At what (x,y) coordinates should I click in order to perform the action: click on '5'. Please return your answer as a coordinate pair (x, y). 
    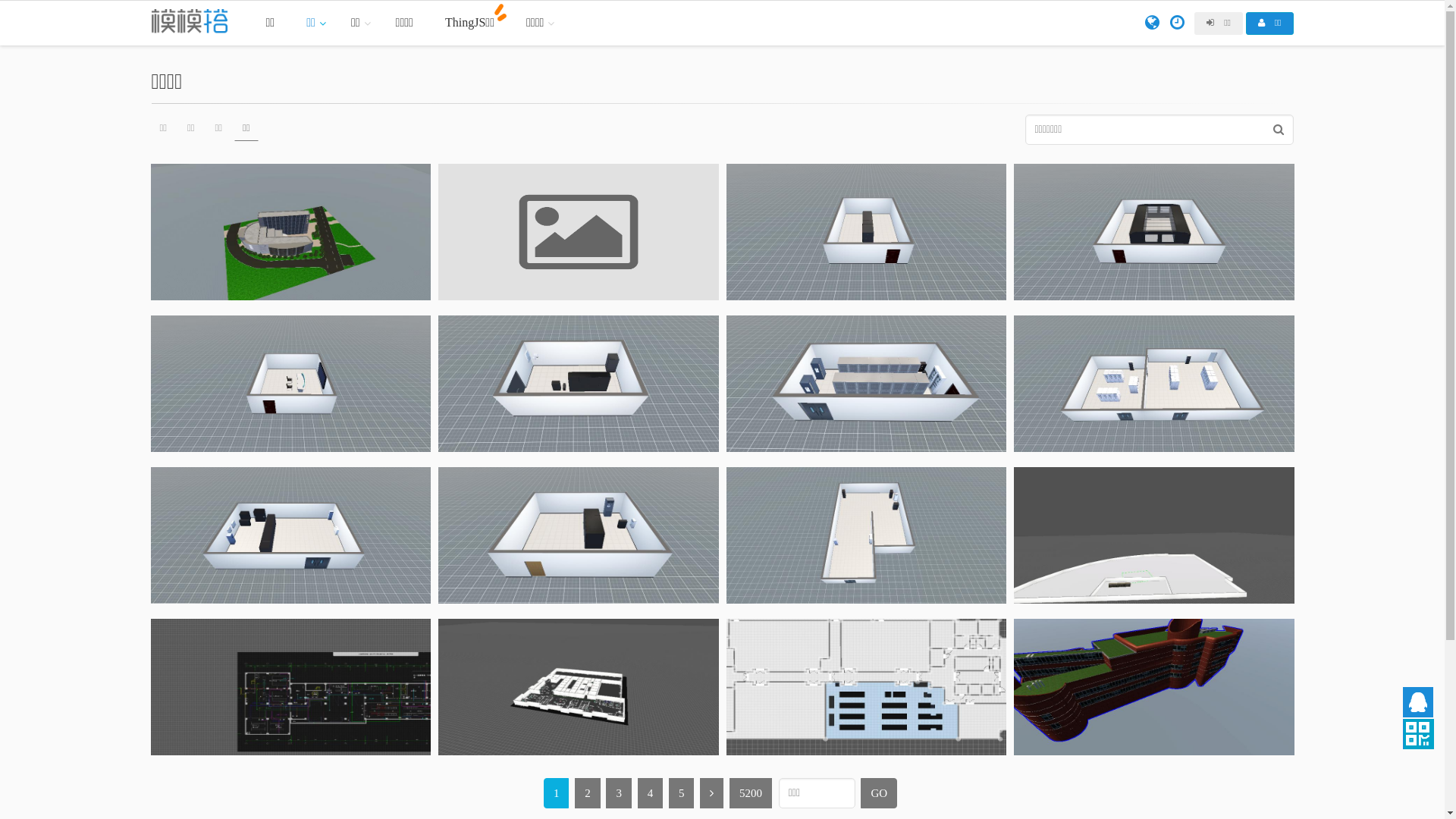
    Looking at the image, I should click on (680, 792).